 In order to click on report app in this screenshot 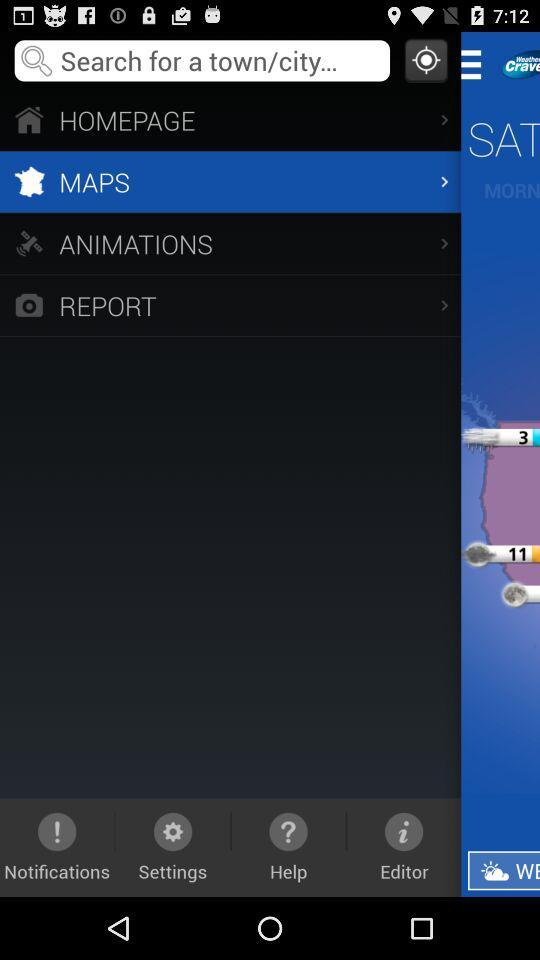, I will do `click(229, 305)`.